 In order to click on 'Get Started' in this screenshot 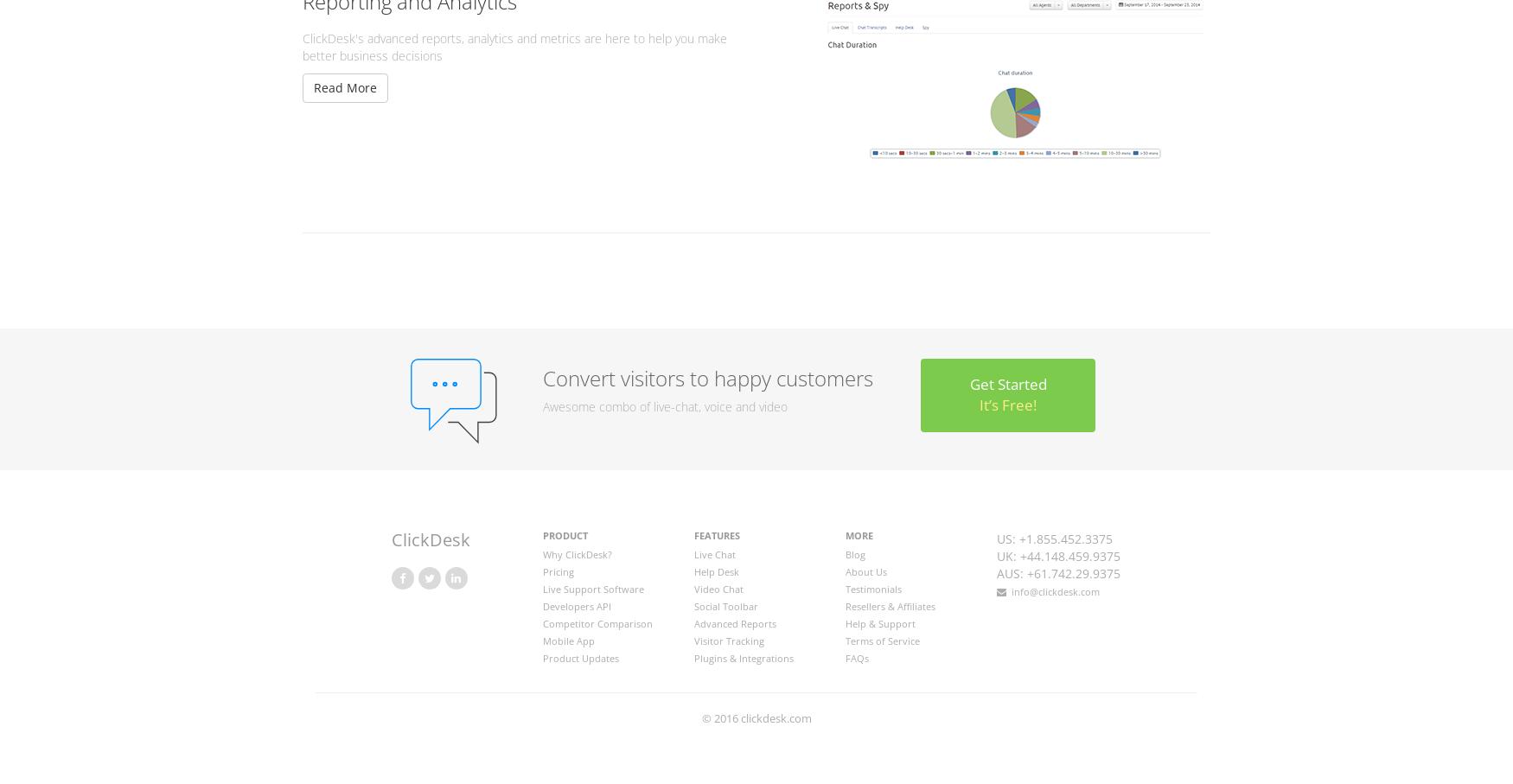, I will do `click(1006, 383)`.